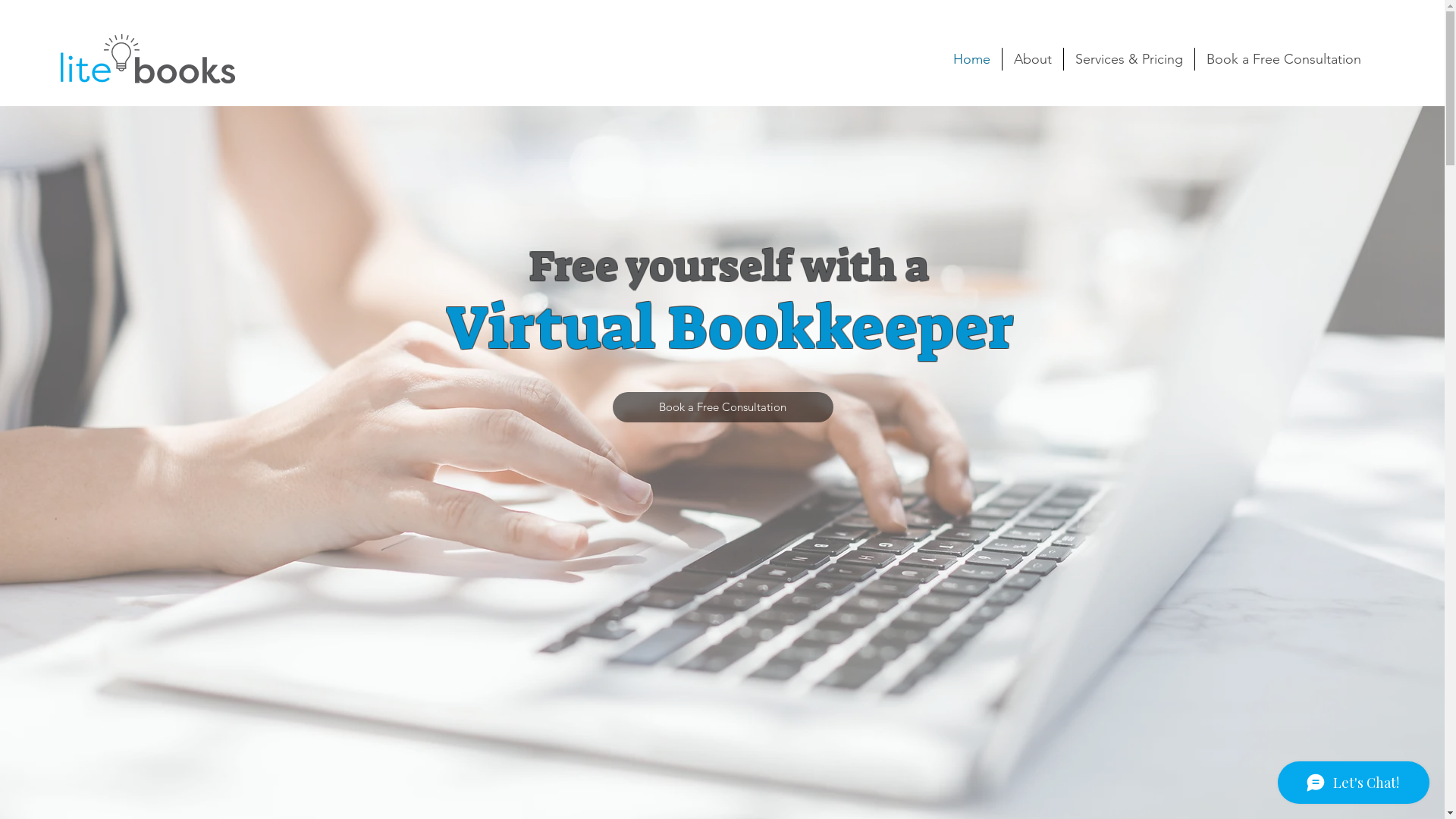  Describe the element at coordinates (1062, 58) in the screenshot. I see `'Services & Pricing'` at that location.